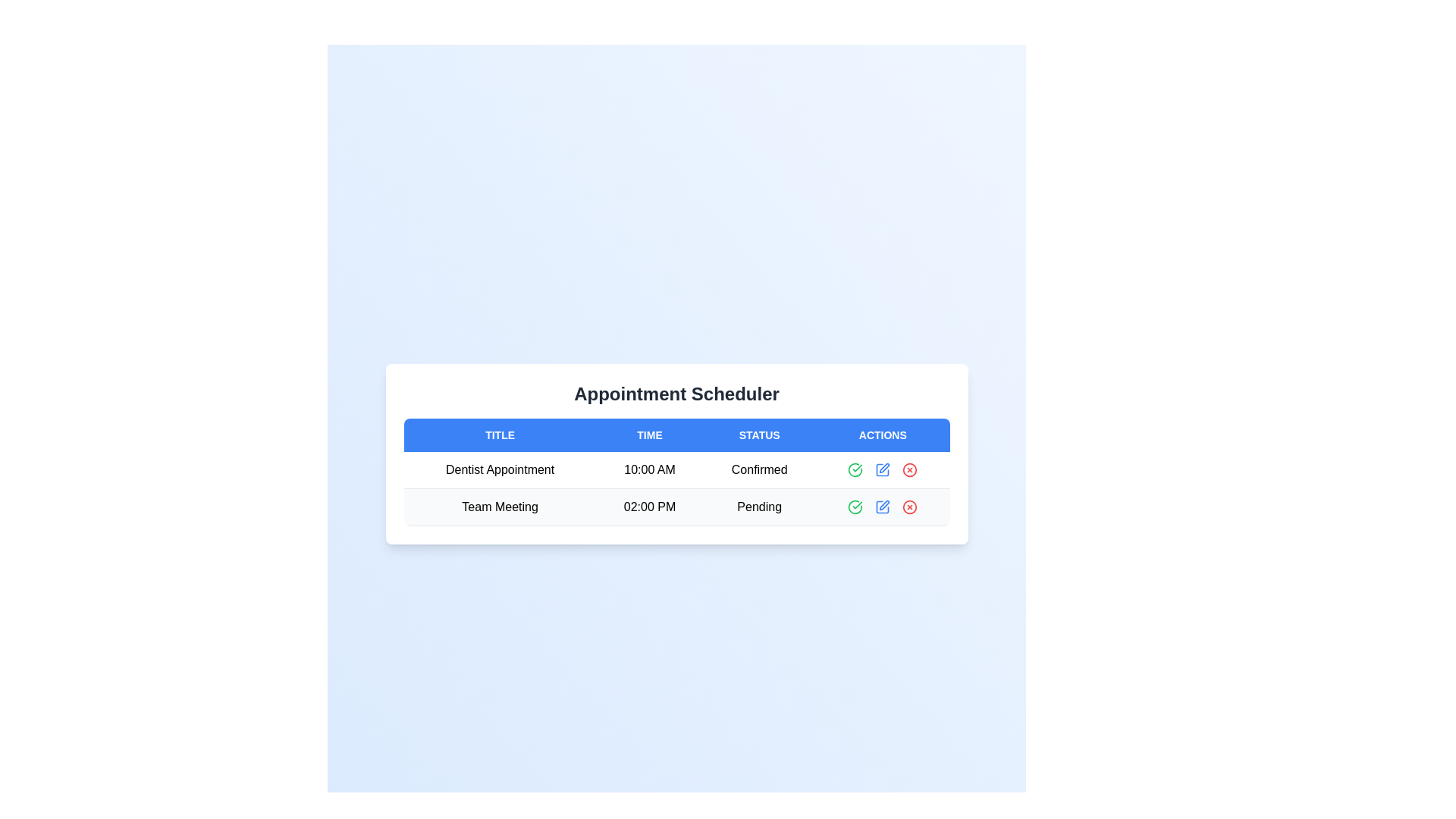  What do you see at coordinates (910, 507) in the screenshot?
I see `the delete icon with a circular shape in the 'Actions' column of the second row, adjacent to the 'Team Meeting' title` at bounding box center [910, 507].